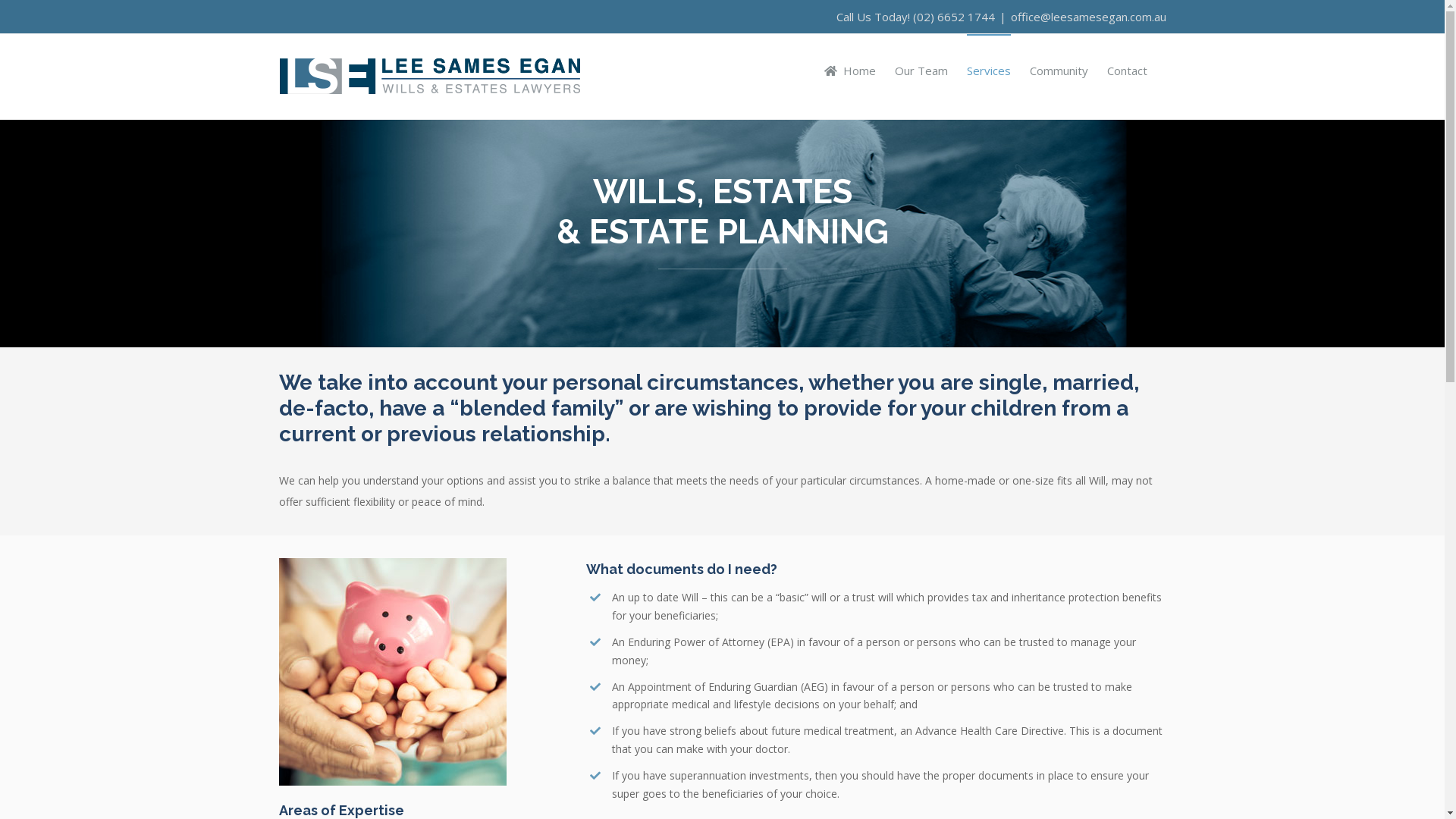 The width and height of the screenshot is (1456, 819). What do you see at coordinates (1127, 70) in the screenshot?
I see `'Contact'` at bounding box center [1127, 70].